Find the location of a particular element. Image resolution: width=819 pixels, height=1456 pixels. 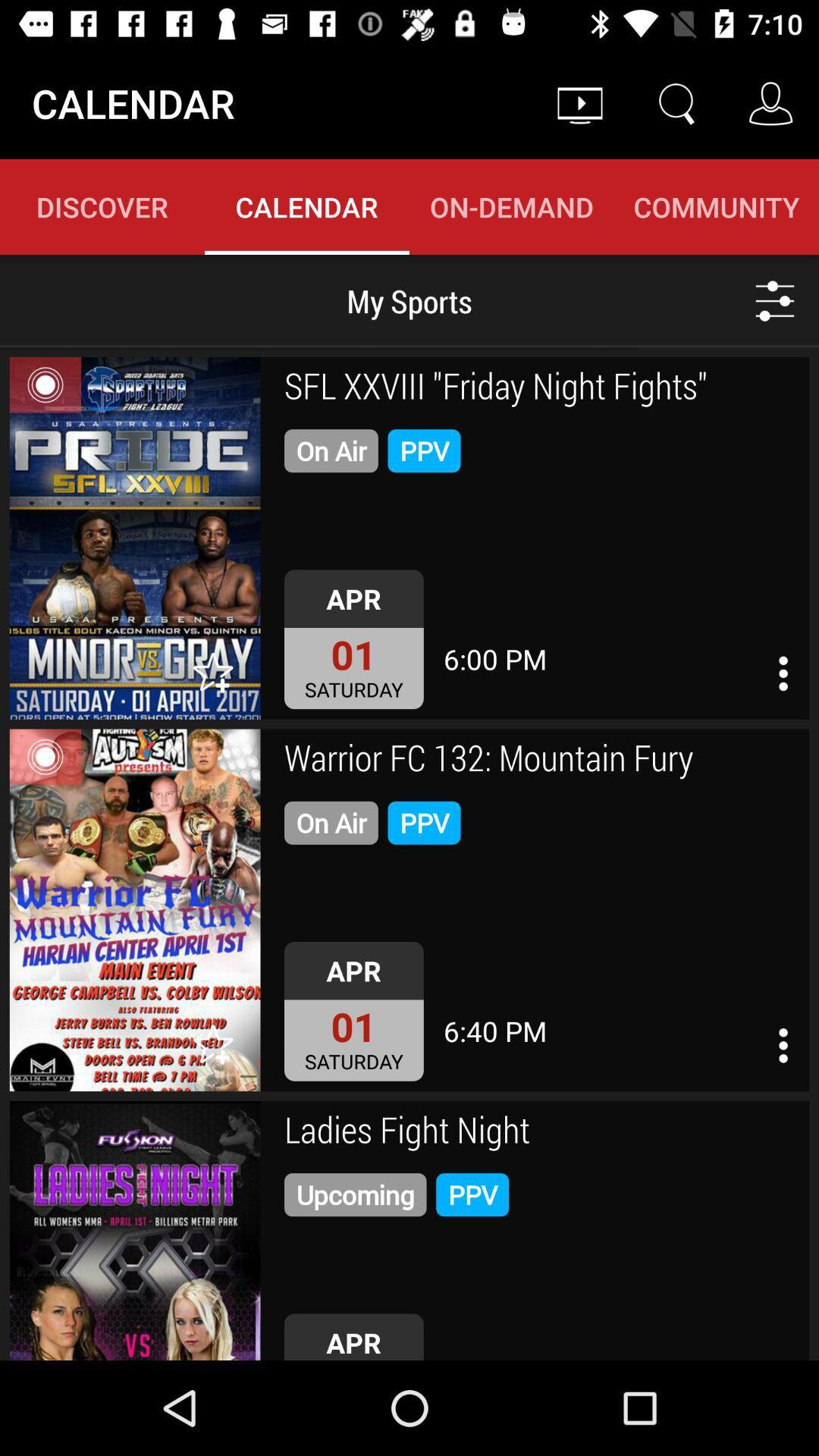

warrior fc 132 is located at coordinates (541, 760).